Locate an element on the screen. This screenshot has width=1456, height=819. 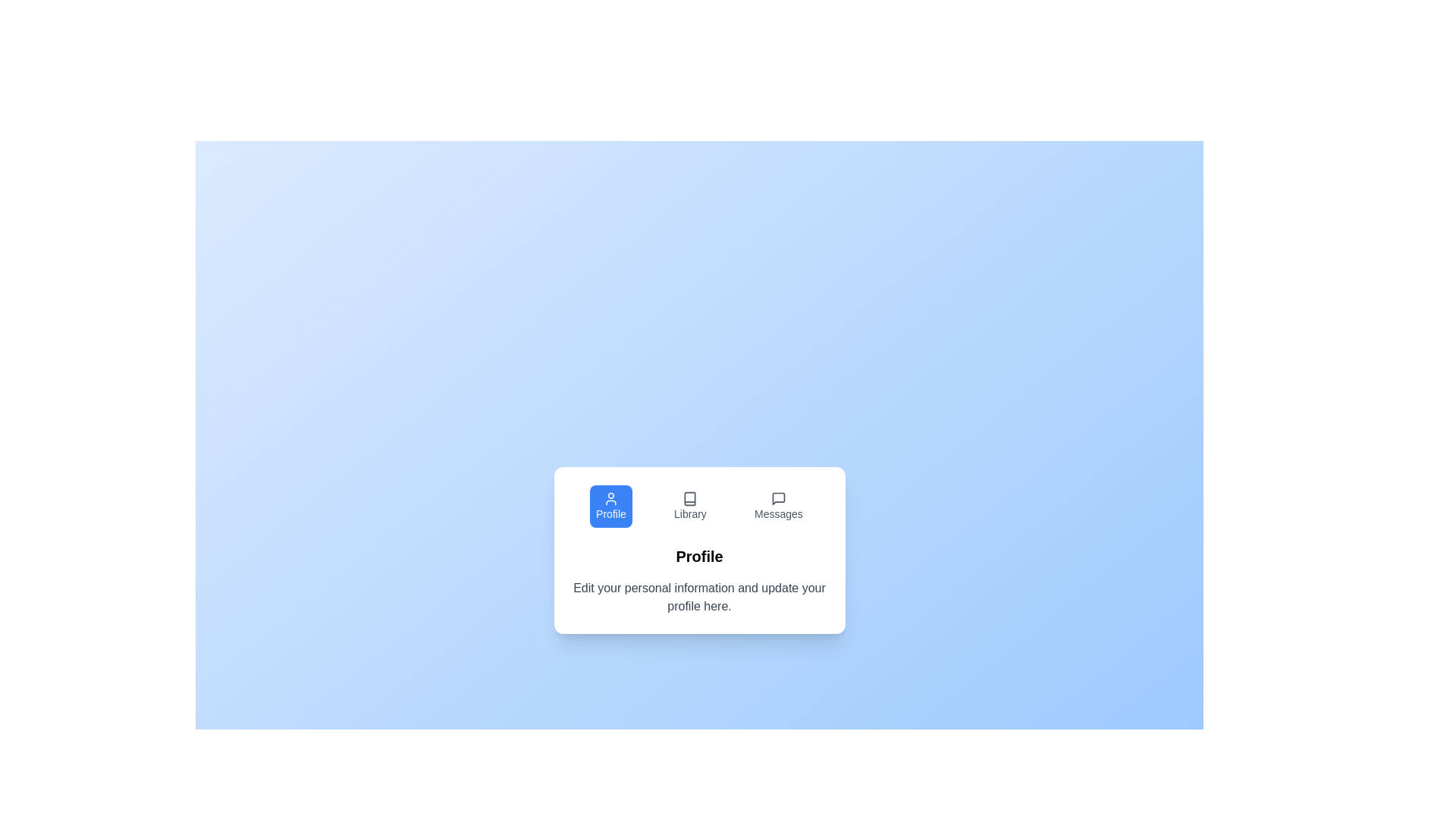
the tab labeled Profile to inspect its icon is located at coordinates (611, 506).